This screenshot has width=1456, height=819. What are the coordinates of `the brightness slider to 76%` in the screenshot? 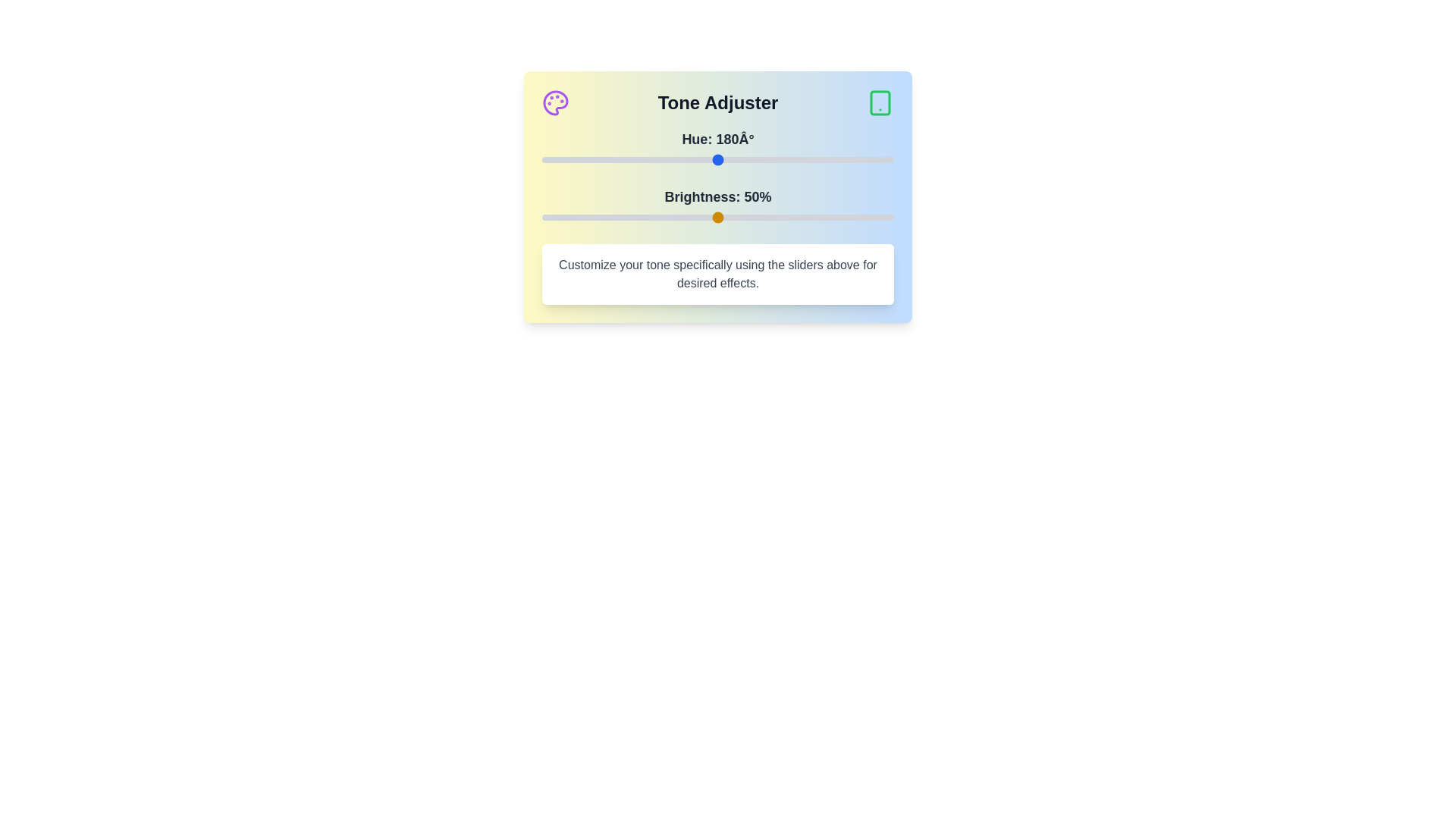 It's located at (808, 217).